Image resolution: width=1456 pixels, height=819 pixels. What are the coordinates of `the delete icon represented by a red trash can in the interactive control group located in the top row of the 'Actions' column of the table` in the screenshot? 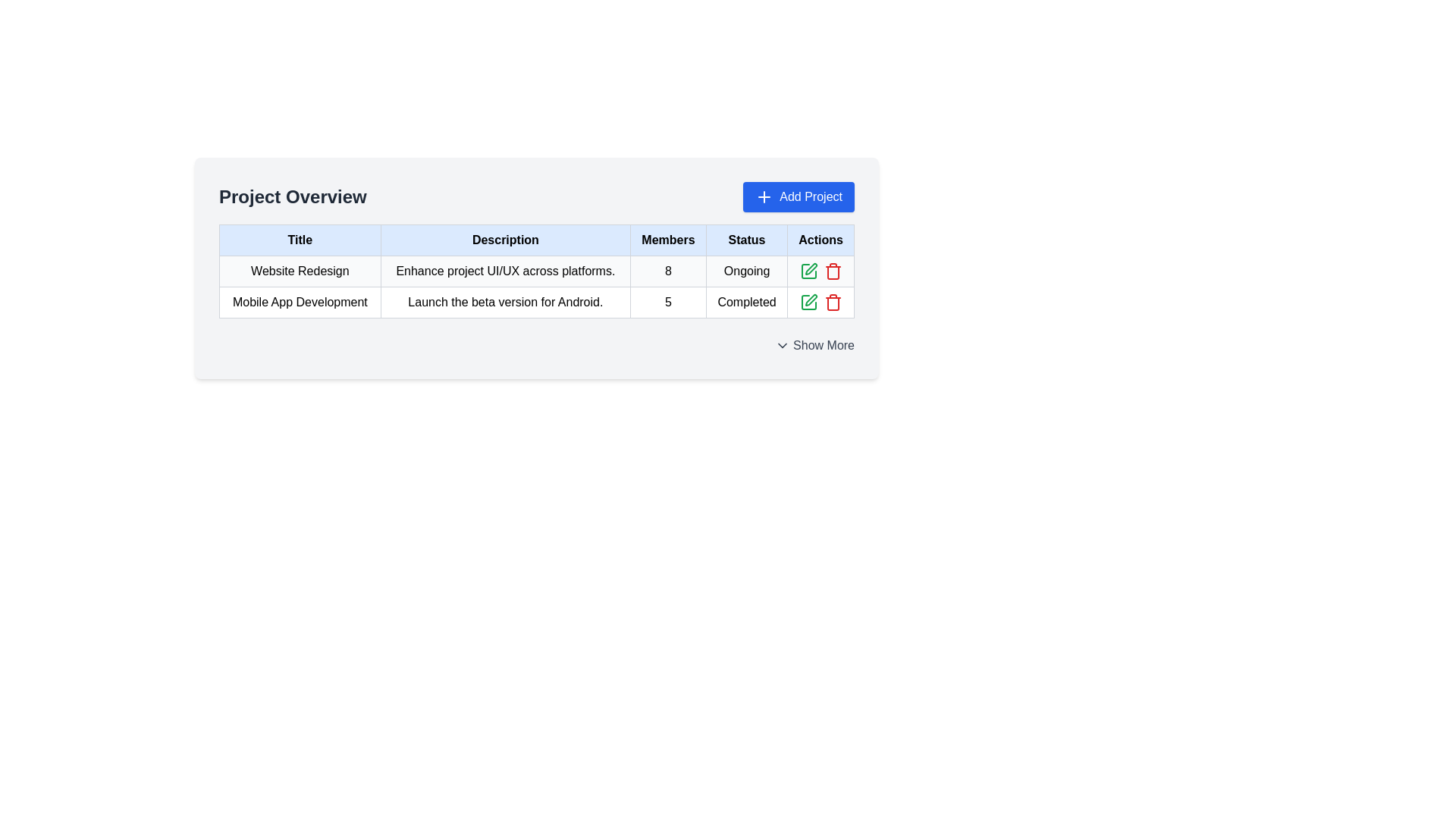 It's located at (820, 271).